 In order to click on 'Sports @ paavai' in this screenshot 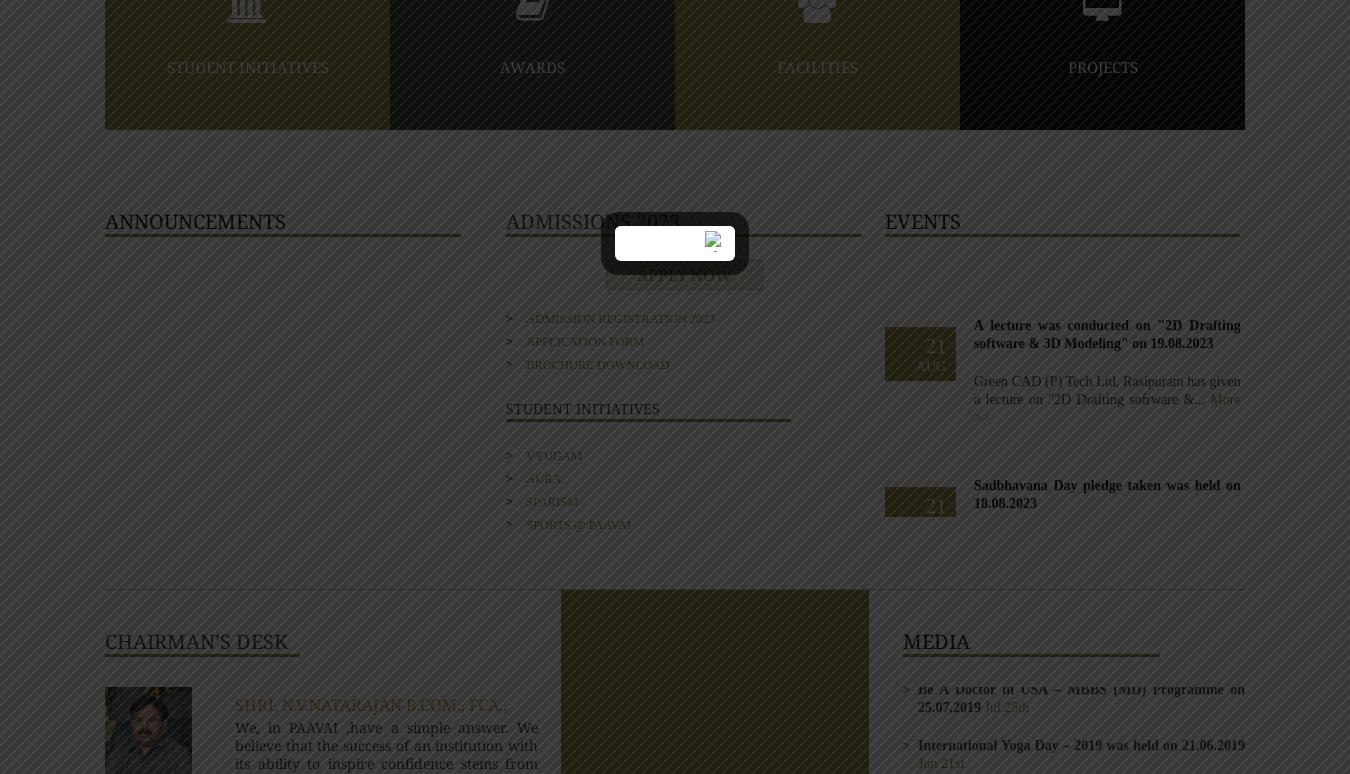, I will do `click(578, 522)`.